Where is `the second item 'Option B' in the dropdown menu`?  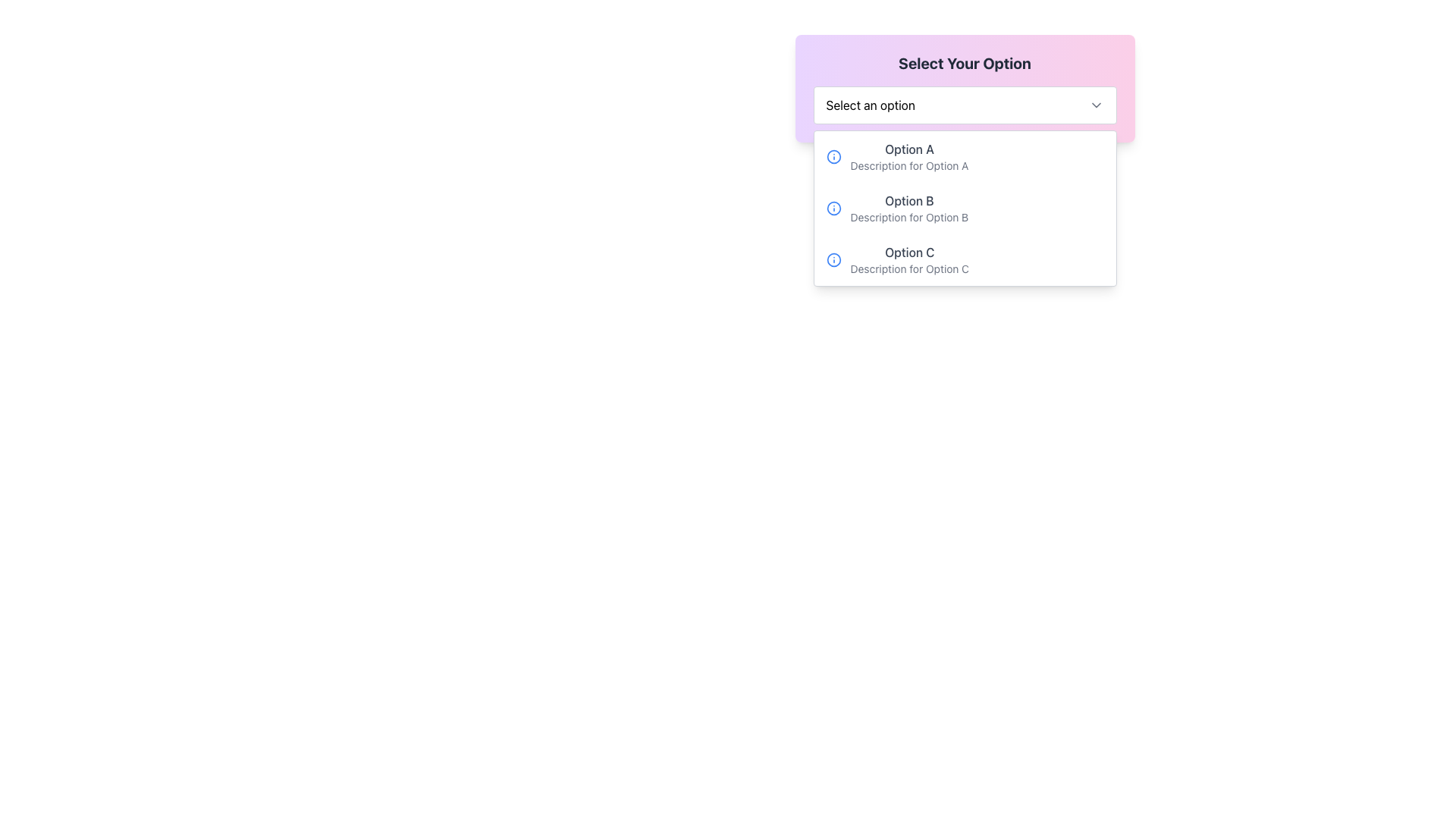 the second item 'Option B' in the dropdown menu is located at coordinates (964, 208).